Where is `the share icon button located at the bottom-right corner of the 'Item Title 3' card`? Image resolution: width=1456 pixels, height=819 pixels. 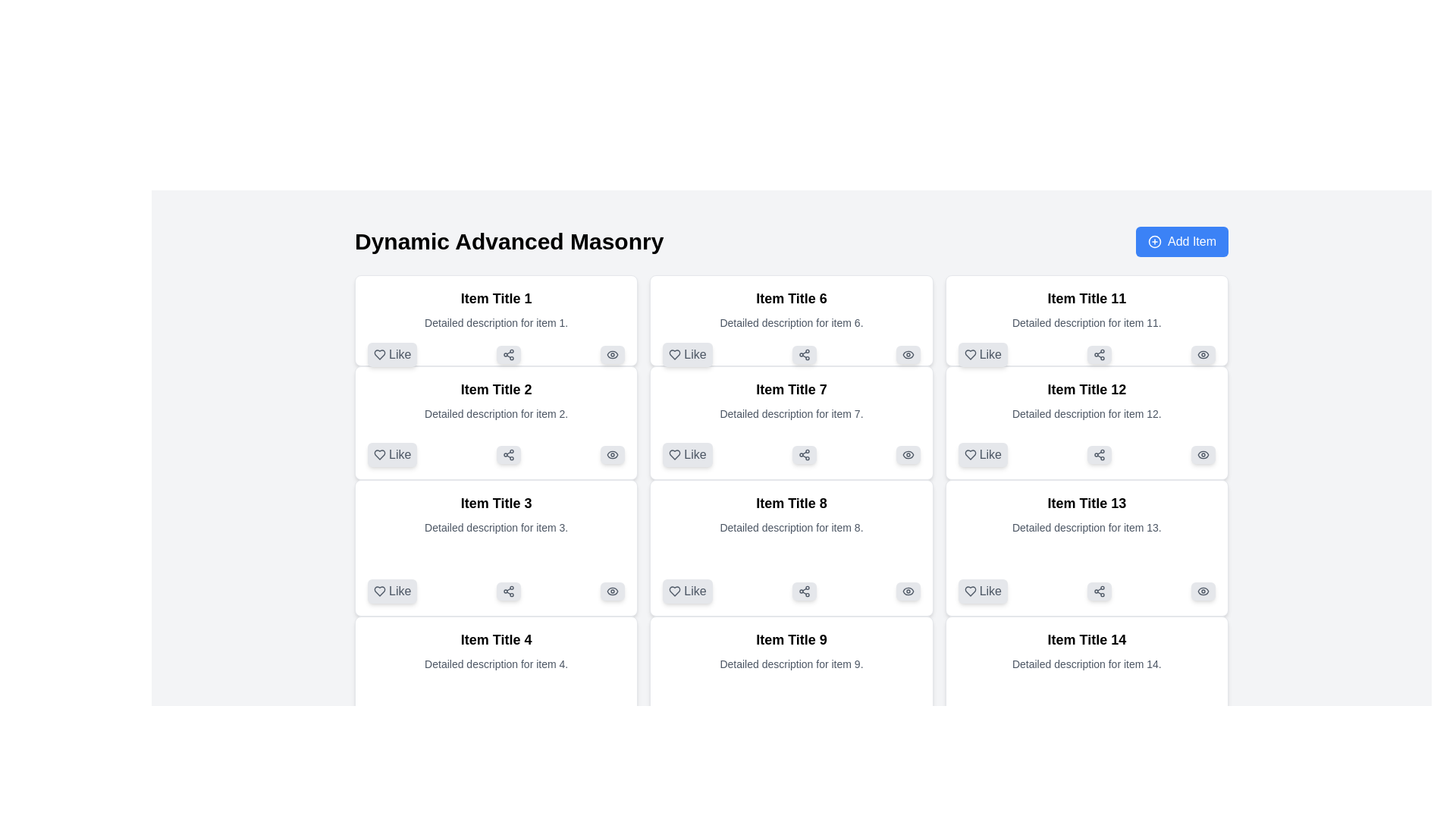 the share icon button located at the bottom-right corner of the 'Item Title 3' card is located at coordinates (509, 590).